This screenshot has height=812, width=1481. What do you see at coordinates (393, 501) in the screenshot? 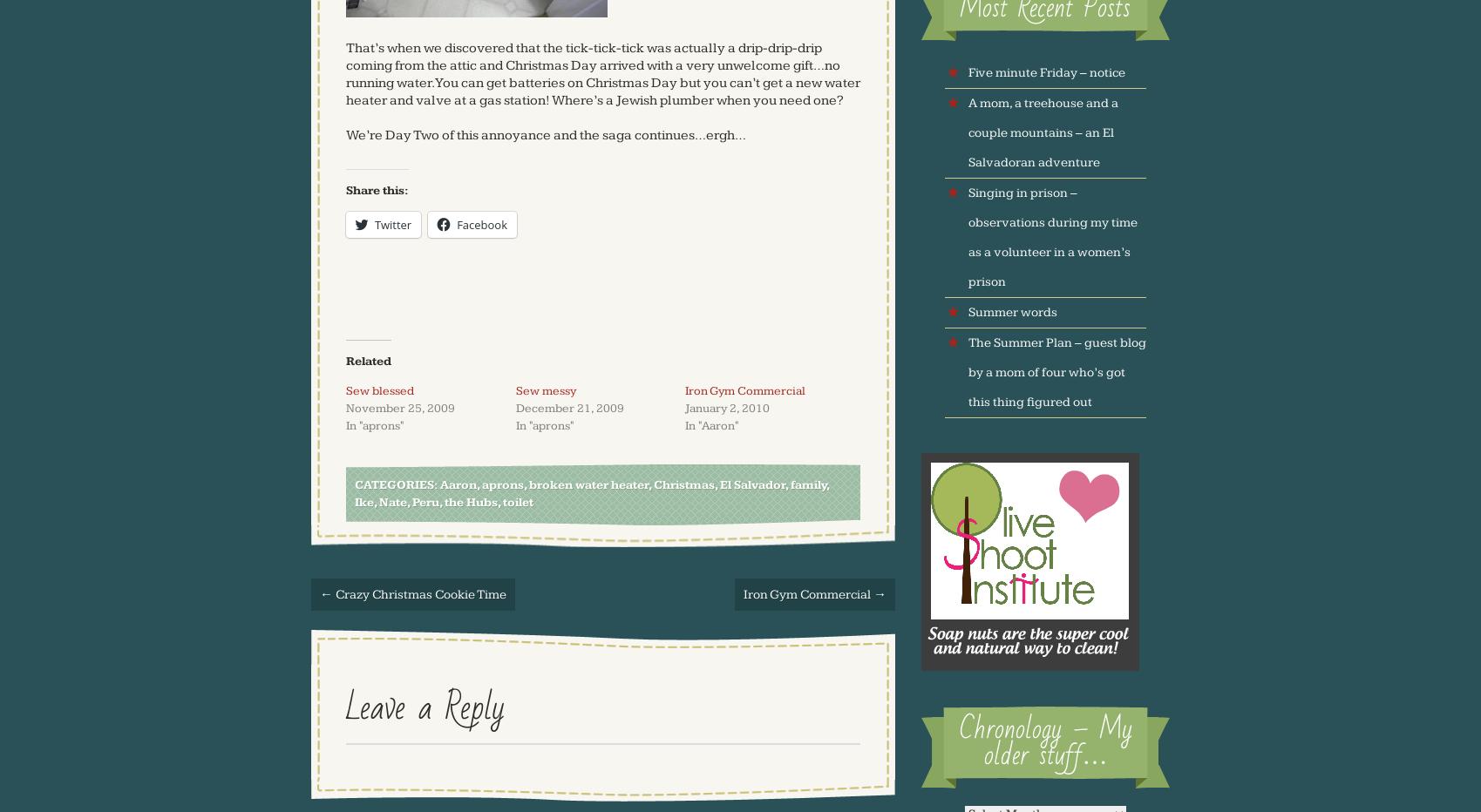
I see `'Nate'` at bounding box center [393, 501].